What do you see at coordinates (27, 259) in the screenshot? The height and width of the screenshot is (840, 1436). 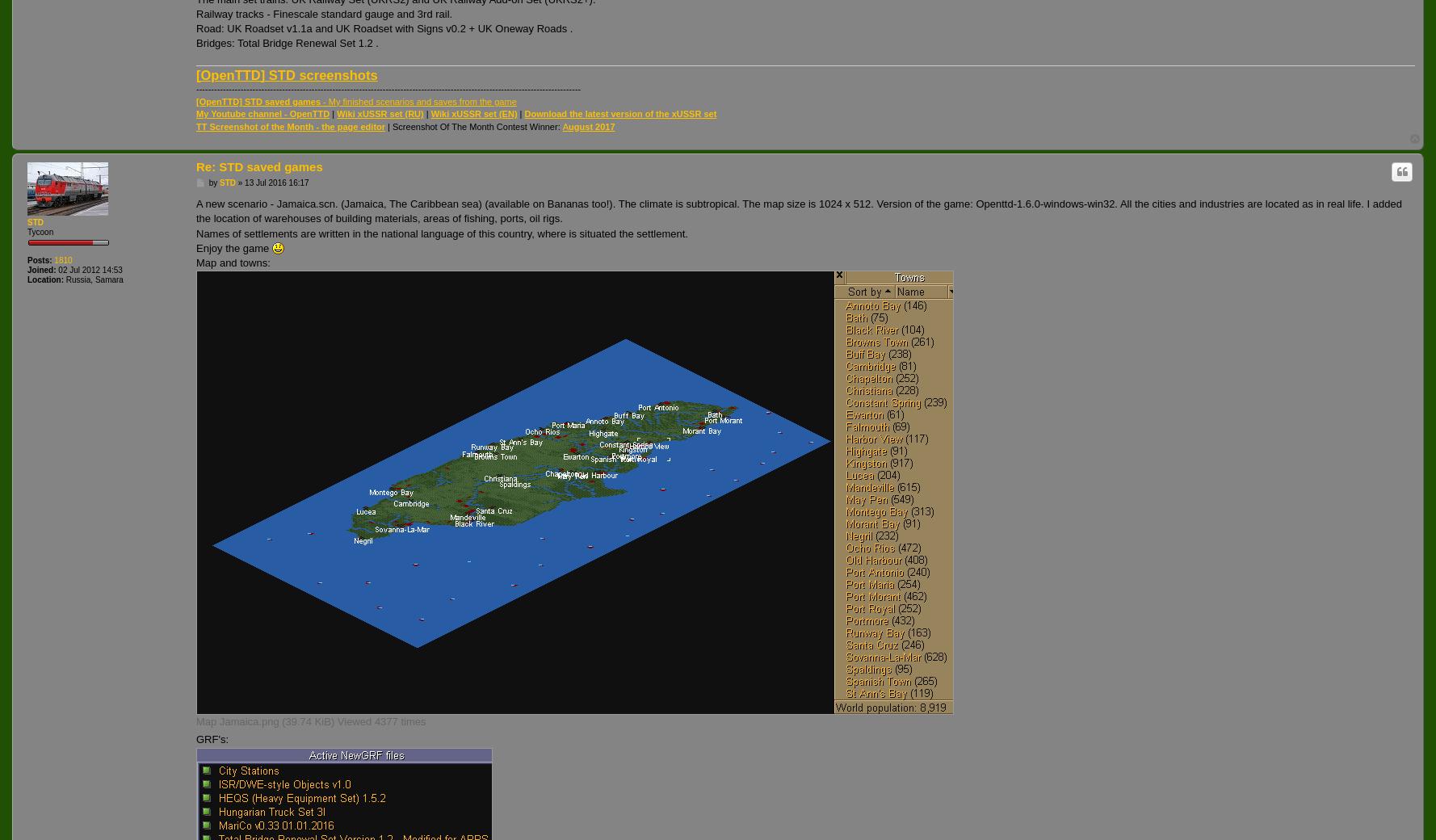 I see `'Posts:'` at bounding box center [27, 259].